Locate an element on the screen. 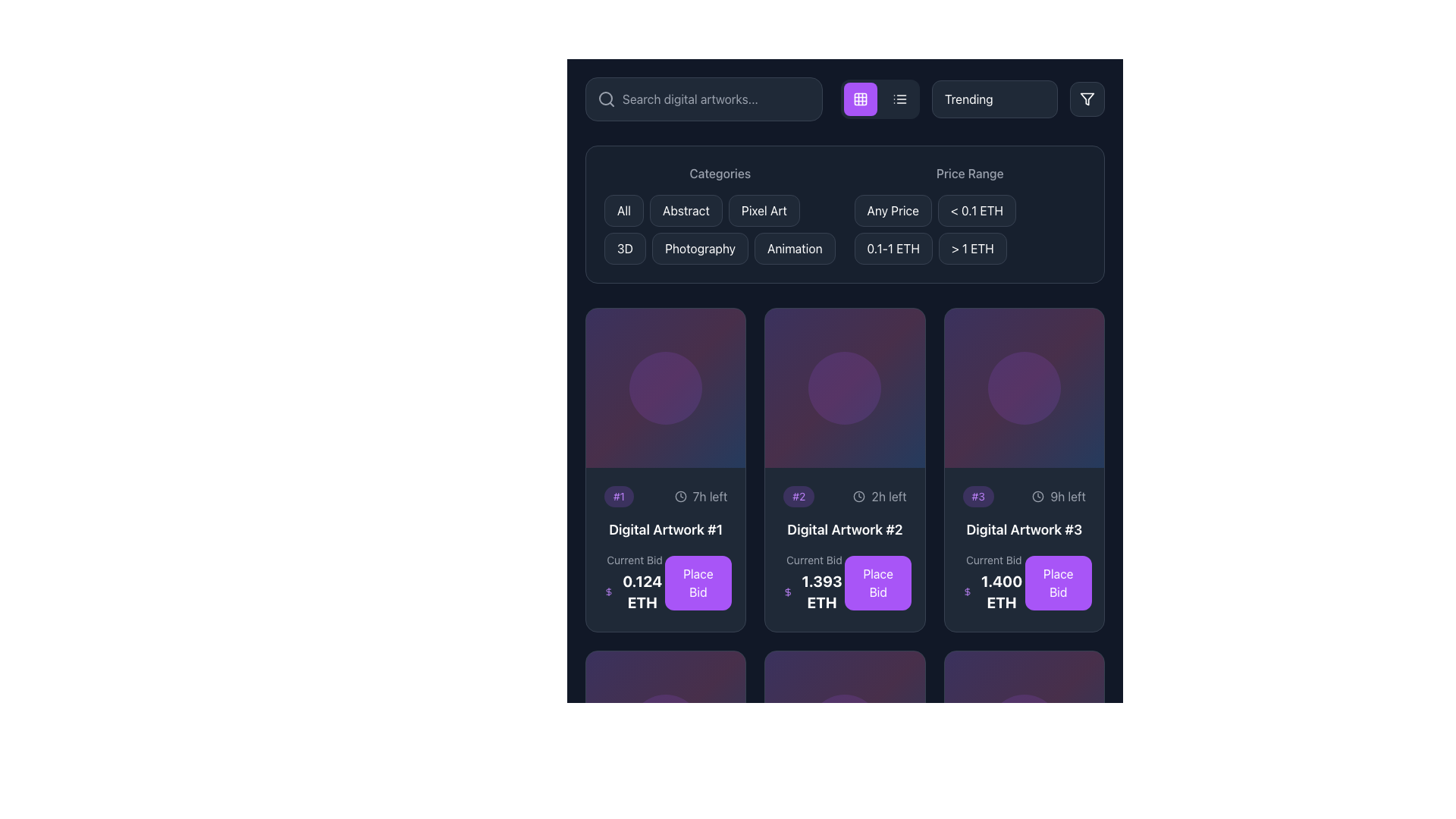 The height and width of the screenshot is (819, 1456). the square-shaped button with rounded edges, styled with a dark gray background and a white filter icon, located in the upper right corner of the navigation bar is located at coordinates (1087, 99).